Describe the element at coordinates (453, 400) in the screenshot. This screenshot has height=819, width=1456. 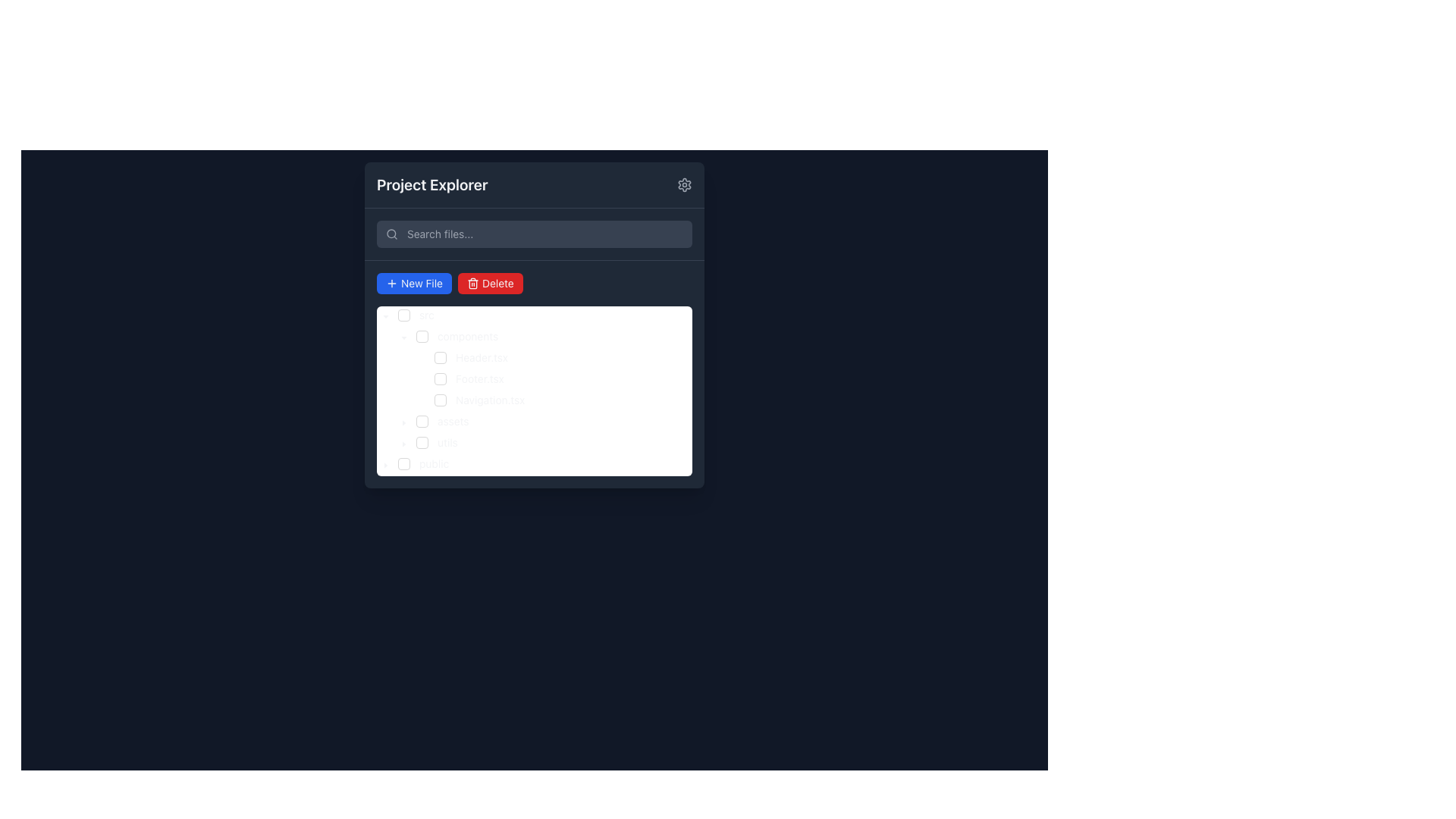
I see `the Tree item representing the file 'Navigation.tsx'` at that location.